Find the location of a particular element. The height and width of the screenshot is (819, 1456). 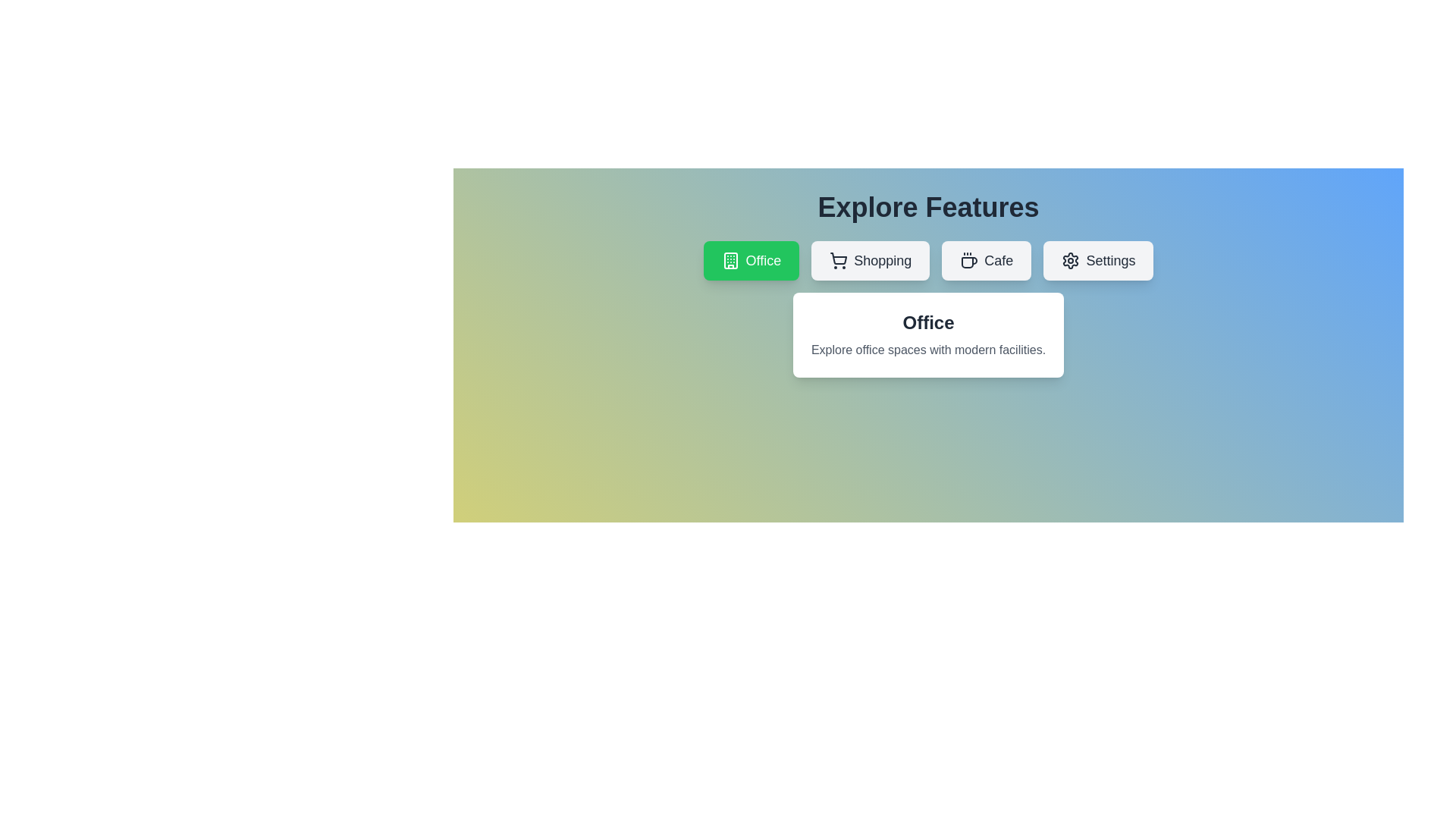

the button labeled Cafe to observe its hover effect is located at coordinates (987, 259).